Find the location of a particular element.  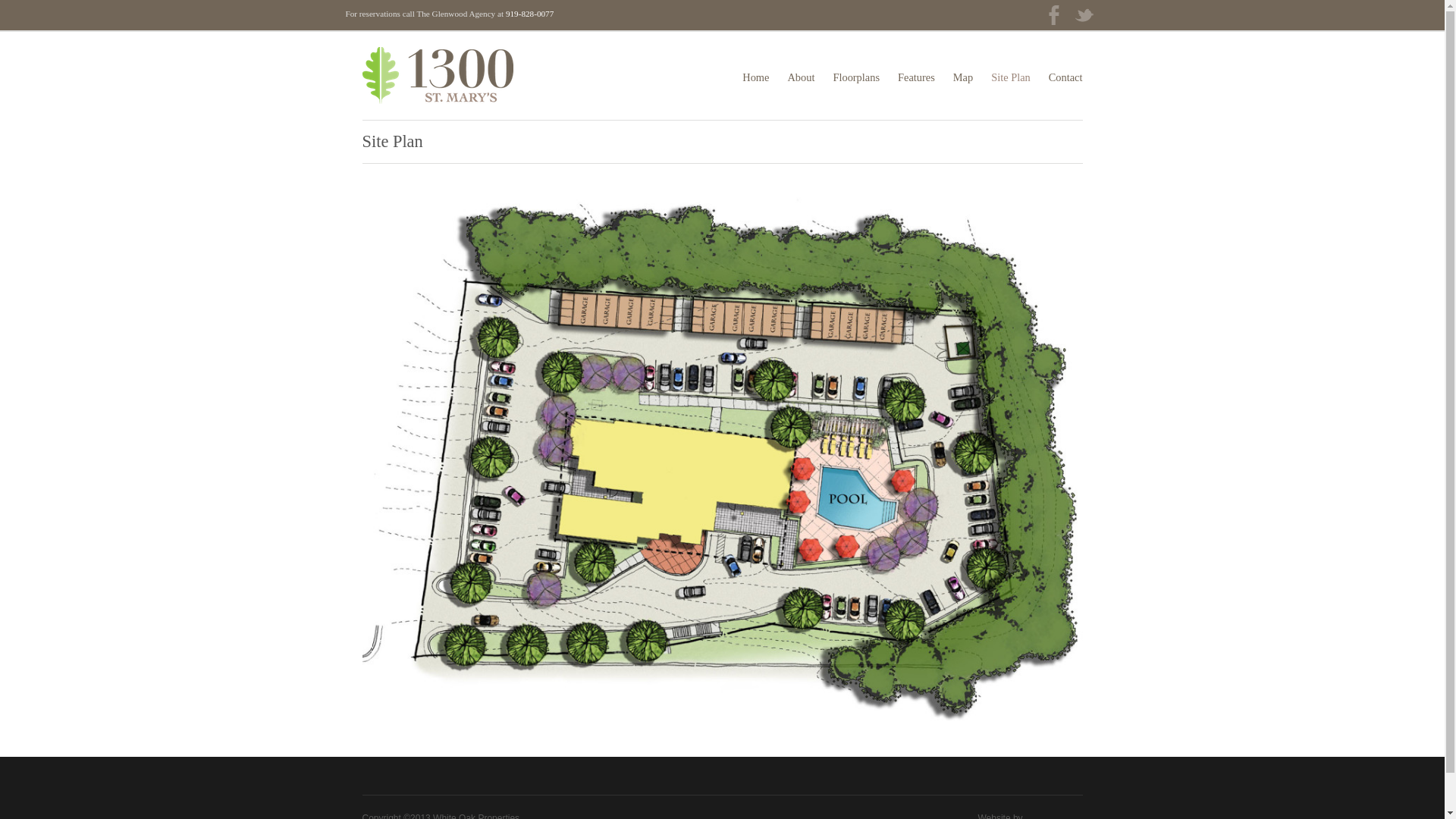

'Contact' is located at coordinates (1065, 77).